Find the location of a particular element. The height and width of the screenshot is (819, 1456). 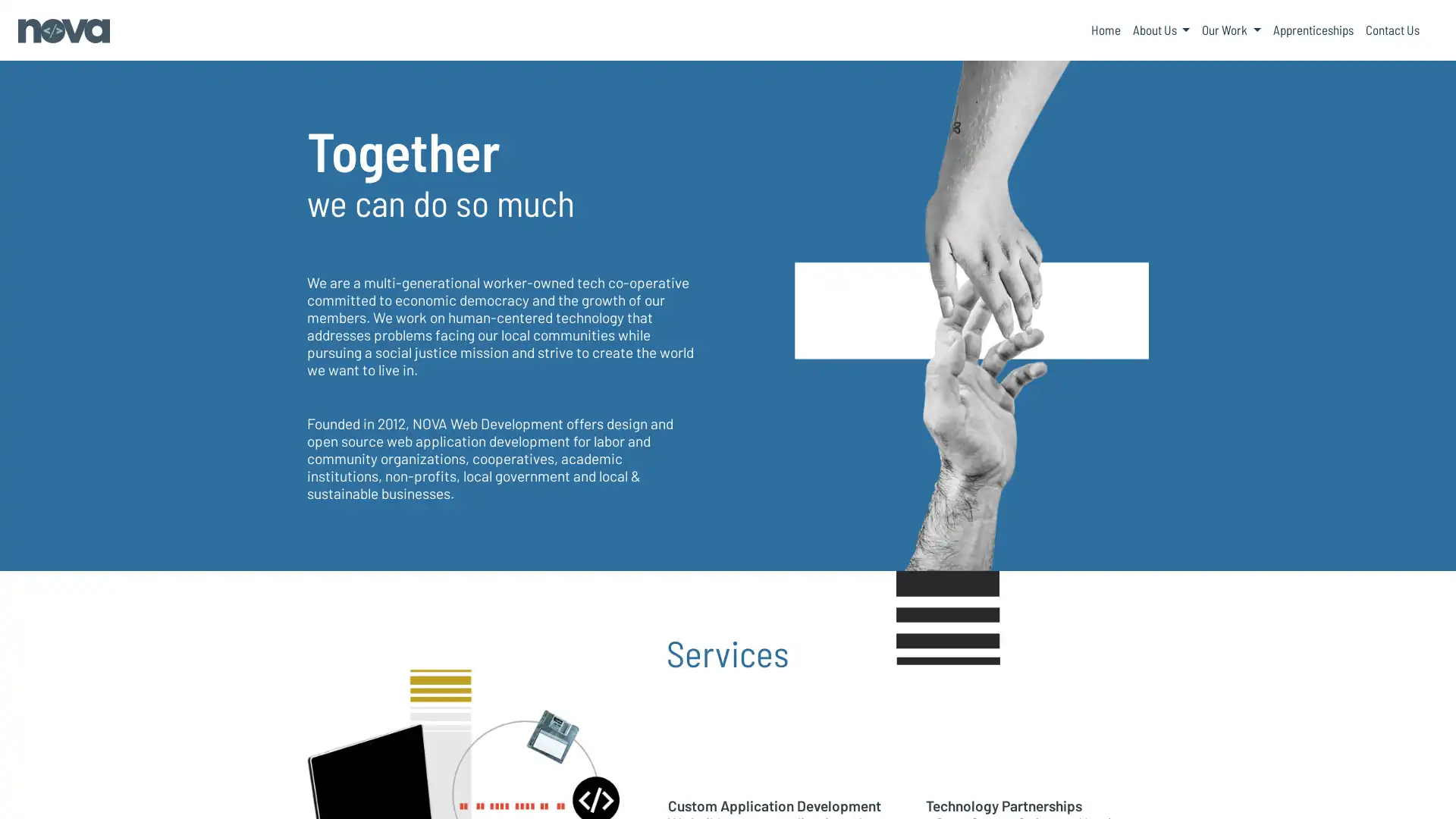

Our Work is located at coordinates (1231, 30).